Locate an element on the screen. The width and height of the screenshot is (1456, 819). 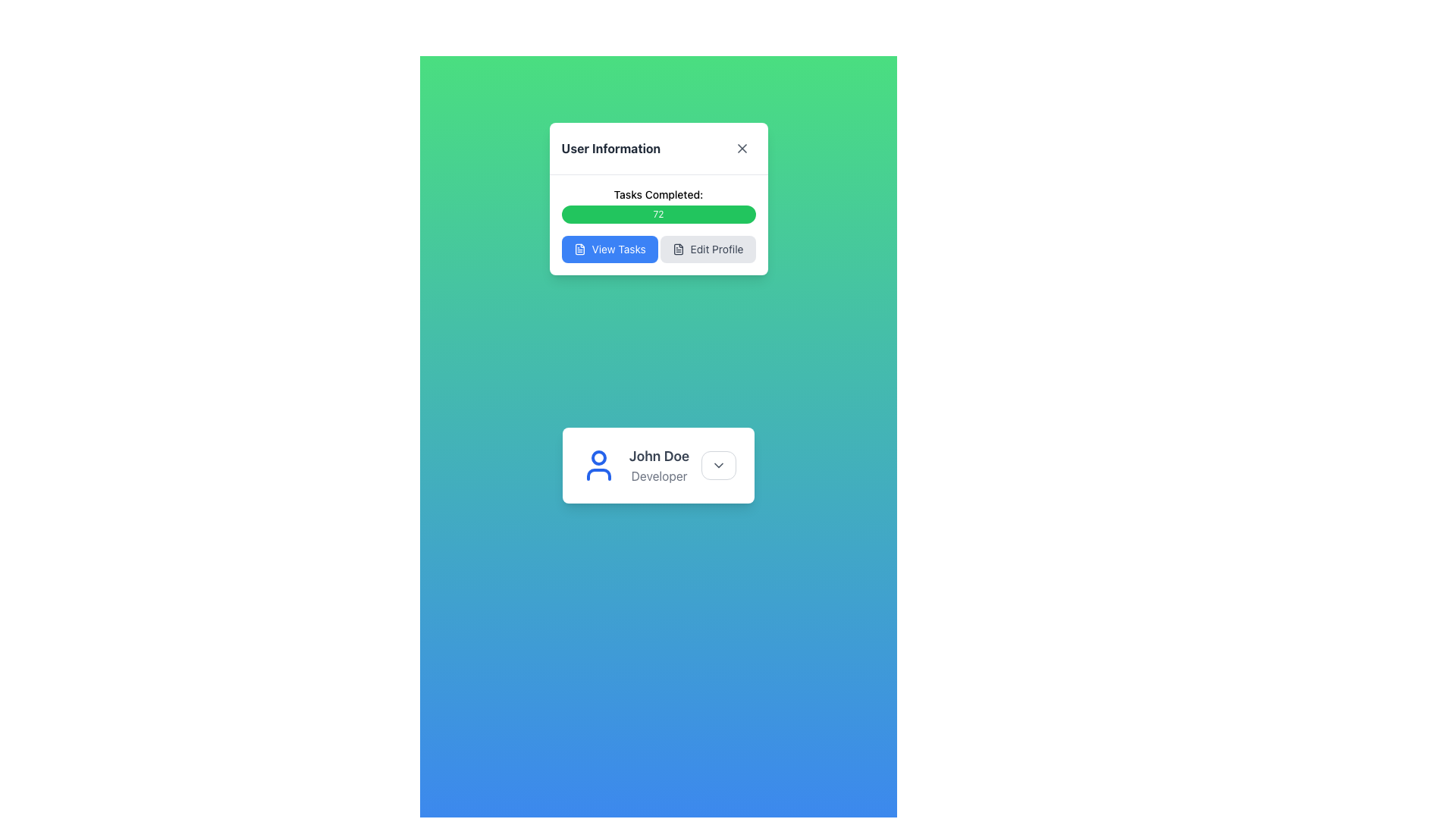
the 'Edit Profile' button located in the User Information section, which is below the 'Tasks Completed:' text and next to the 'View Tasks' button is located at coordinates (658, 225).